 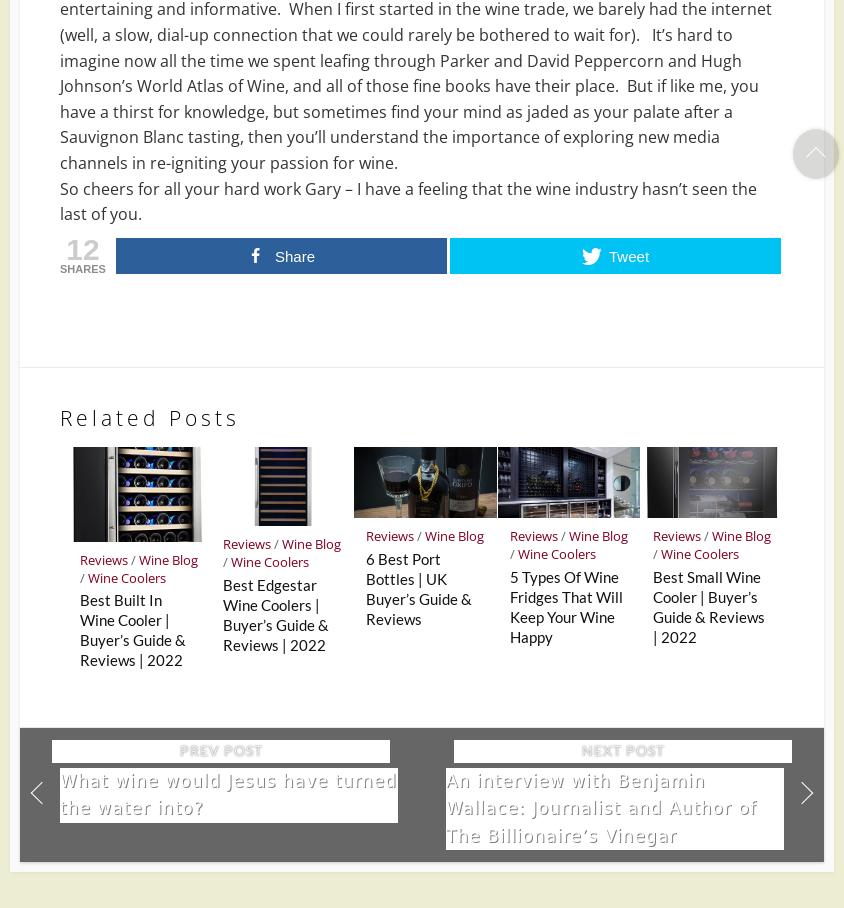 What do you see at coordinates (622, 750) in the screenshot?
I see `'Next Post'` at bounding box center [622, 750].